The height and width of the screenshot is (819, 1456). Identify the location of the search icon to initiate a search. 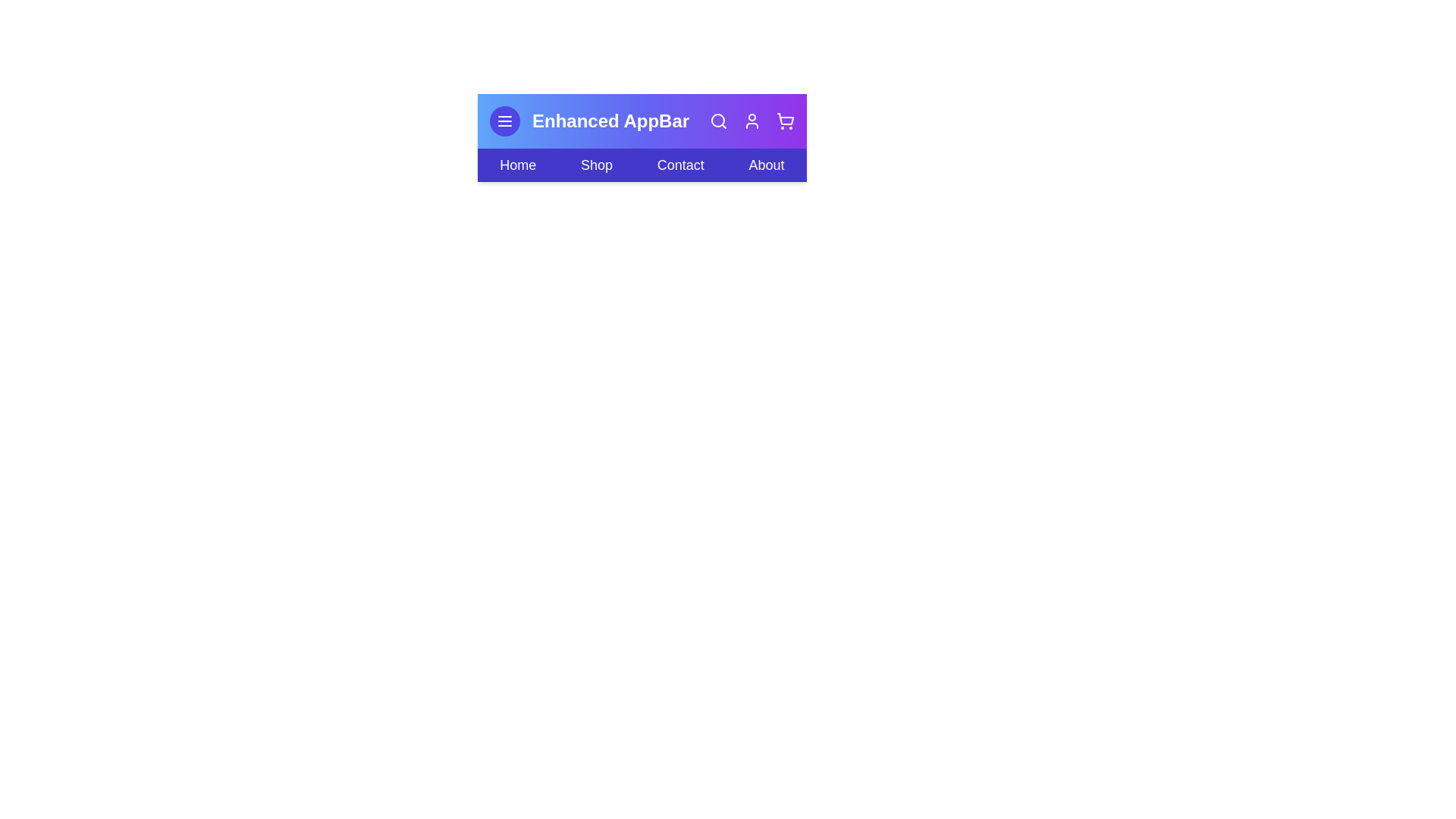
(718, 120).